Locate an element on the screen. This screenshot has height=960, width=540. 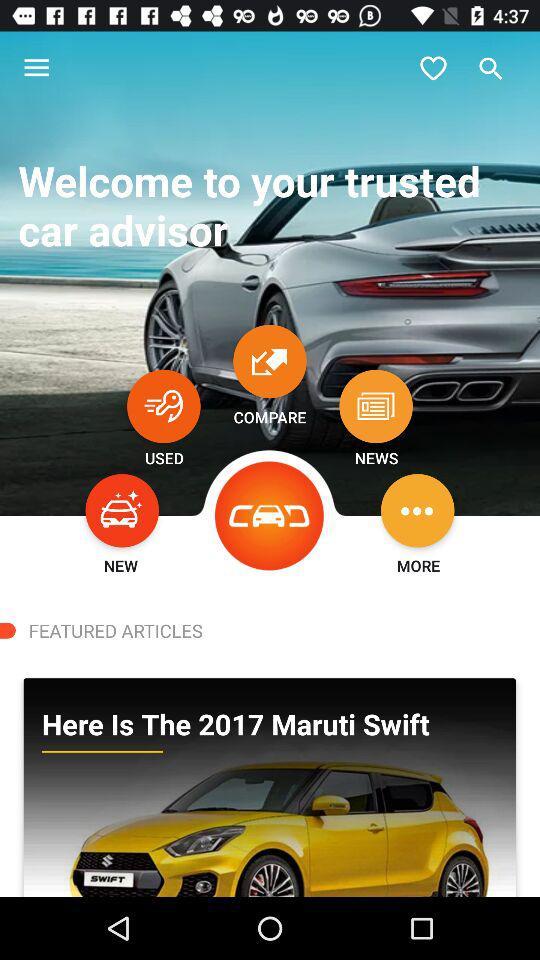
go back is located at coordinates (270, 515).